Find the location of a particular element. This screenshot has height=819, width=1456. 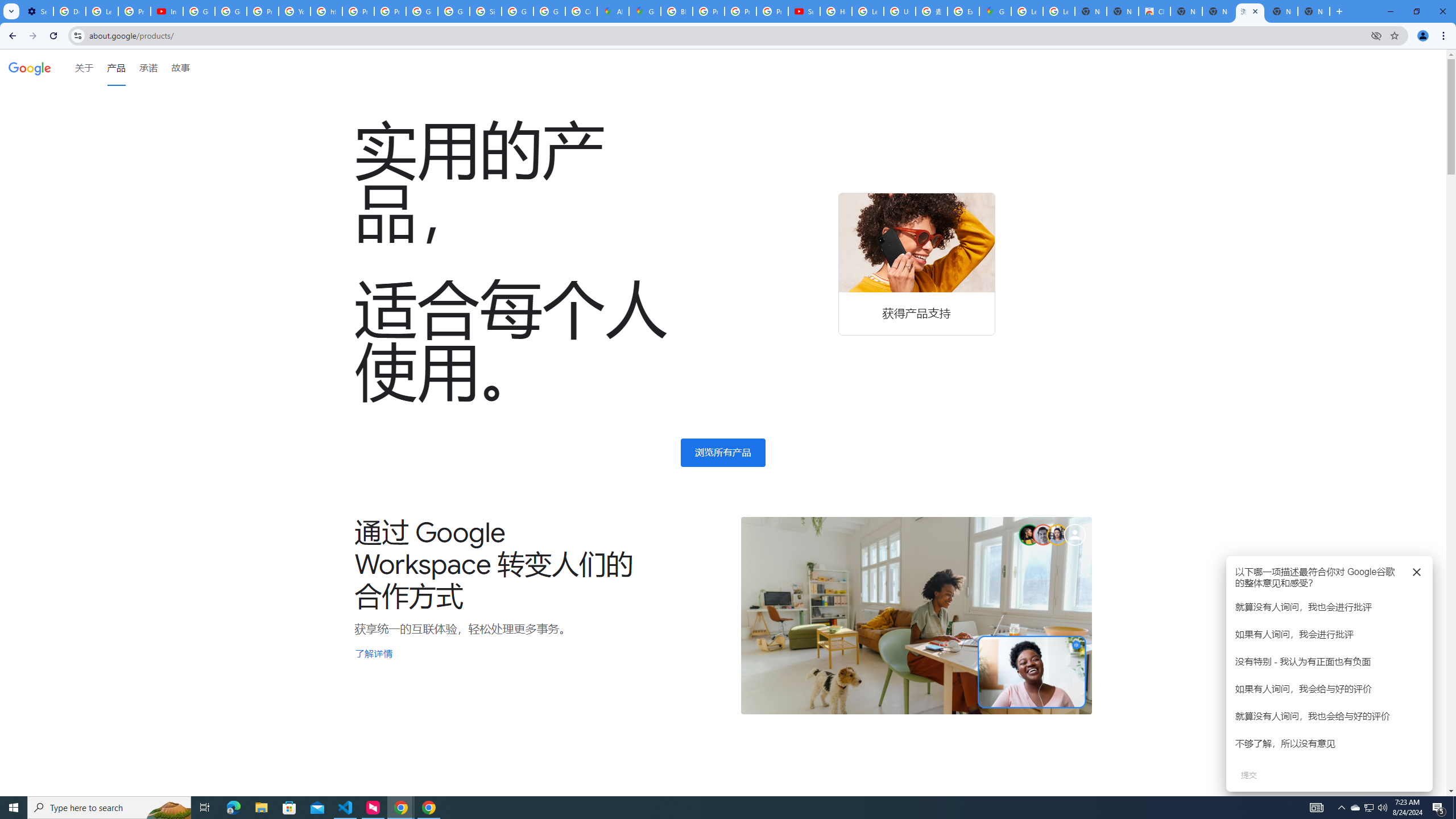

'New Tab' is located at coordinates (1314, 11).